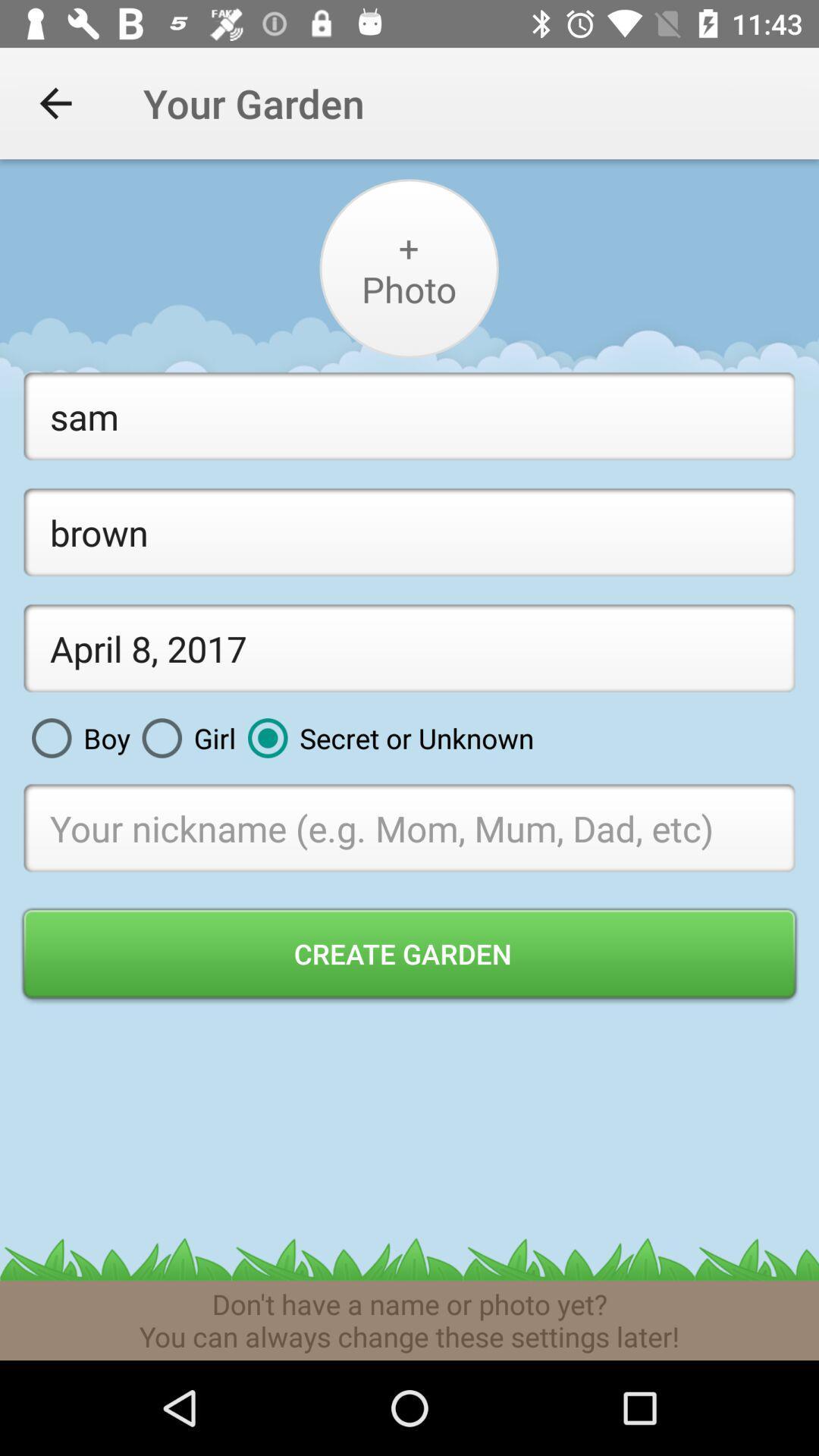  What do you see at coordinates (408, 268) in the screenshot?
I see `photo` at bounding box center [408, 268].